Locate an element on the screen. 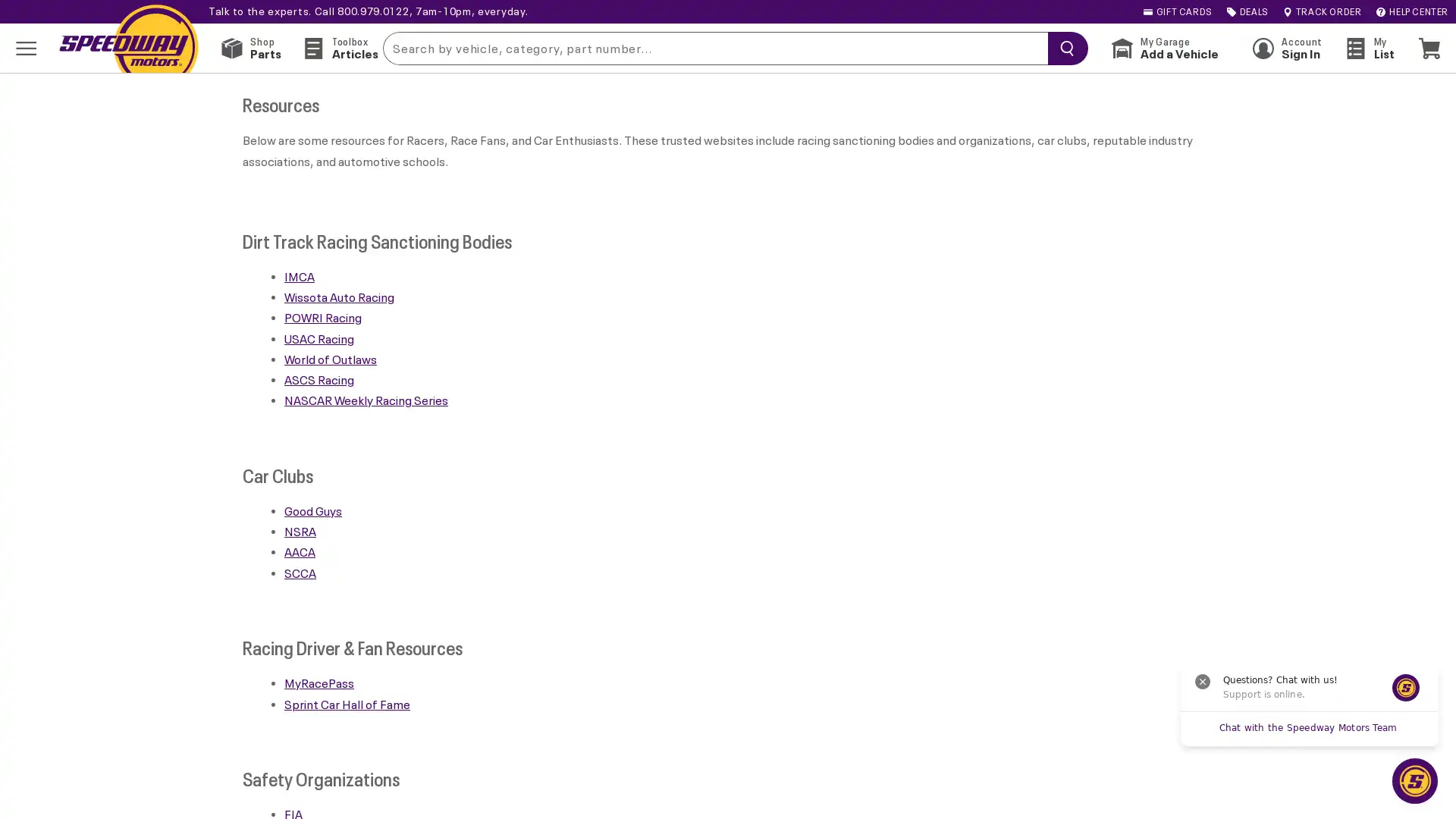 The image size is (1456, 819). My Garage Add a Vehicle is located at coordinates (1164, 47).